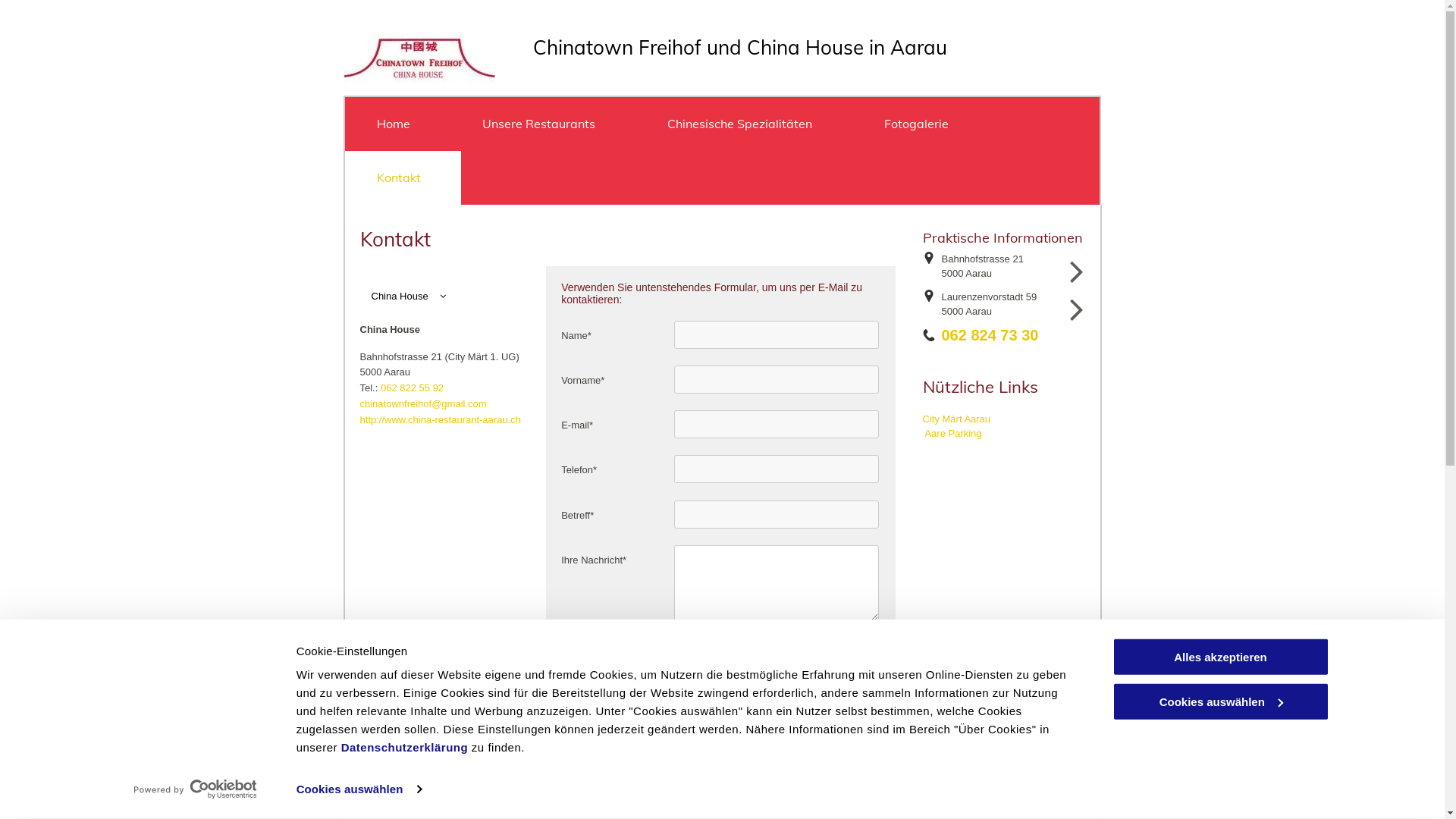 The image size is (1456, 819). Describe the element at coordinates (952, 433) in the screenshot. I see `'Aare Parking'` at that location.